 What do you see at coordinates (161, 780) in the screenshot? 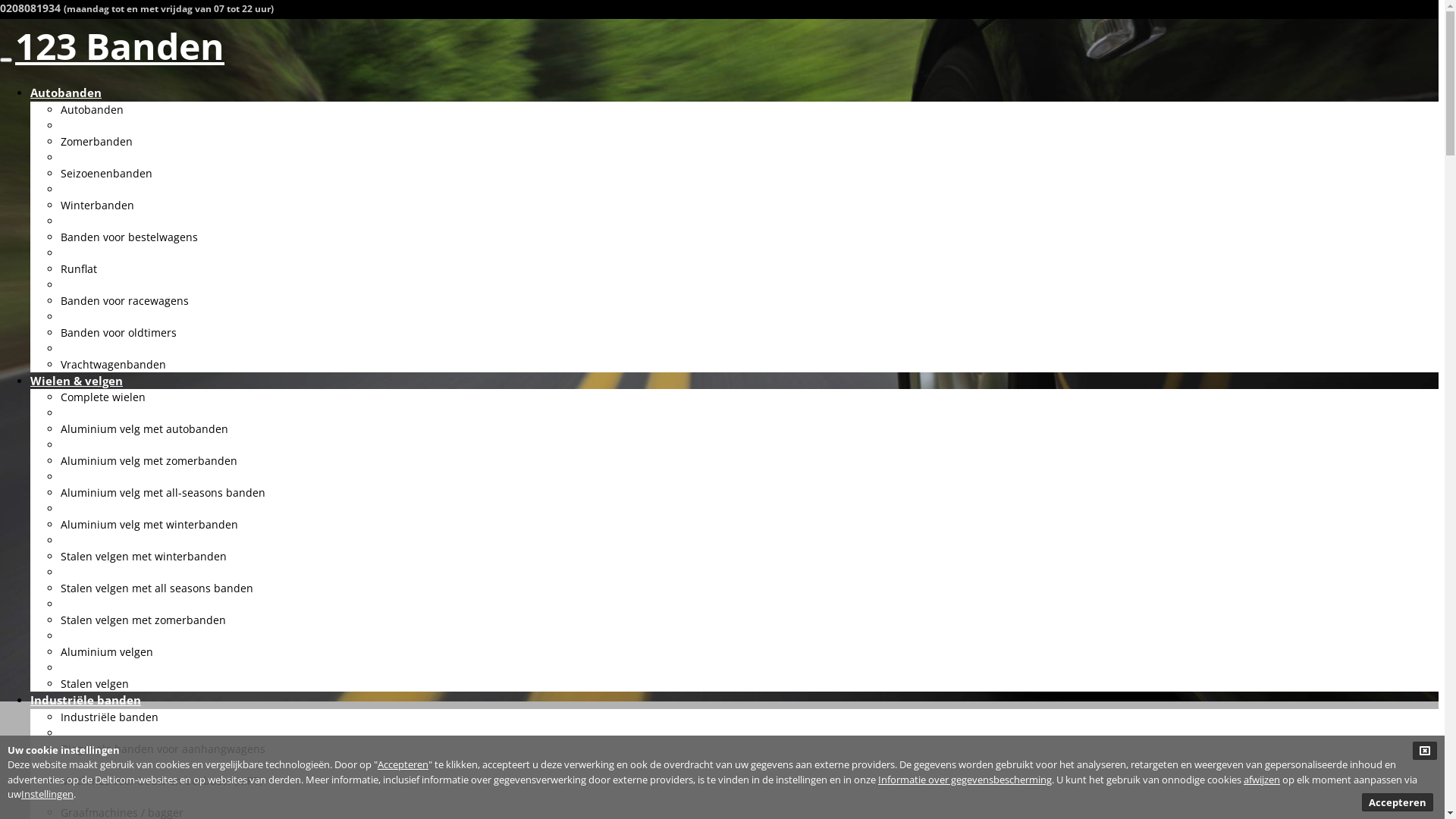
I see `'Machines voor bouw en bosbouw (MPT)'` at bounding box center [161, 780].